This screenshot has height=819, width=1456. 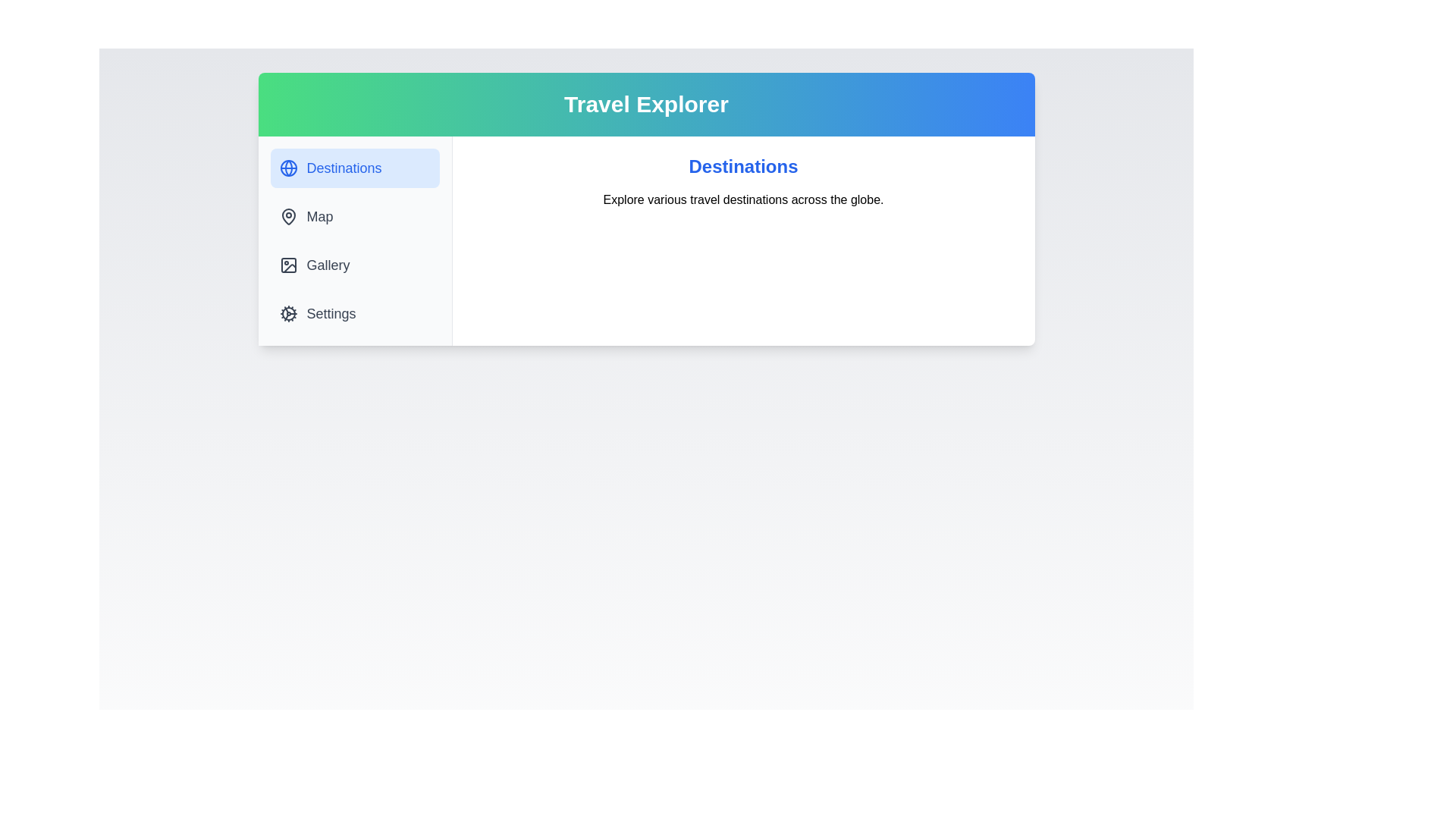 I want to click on the Gallery tab to navigate to it, so click(x=353, y=265).